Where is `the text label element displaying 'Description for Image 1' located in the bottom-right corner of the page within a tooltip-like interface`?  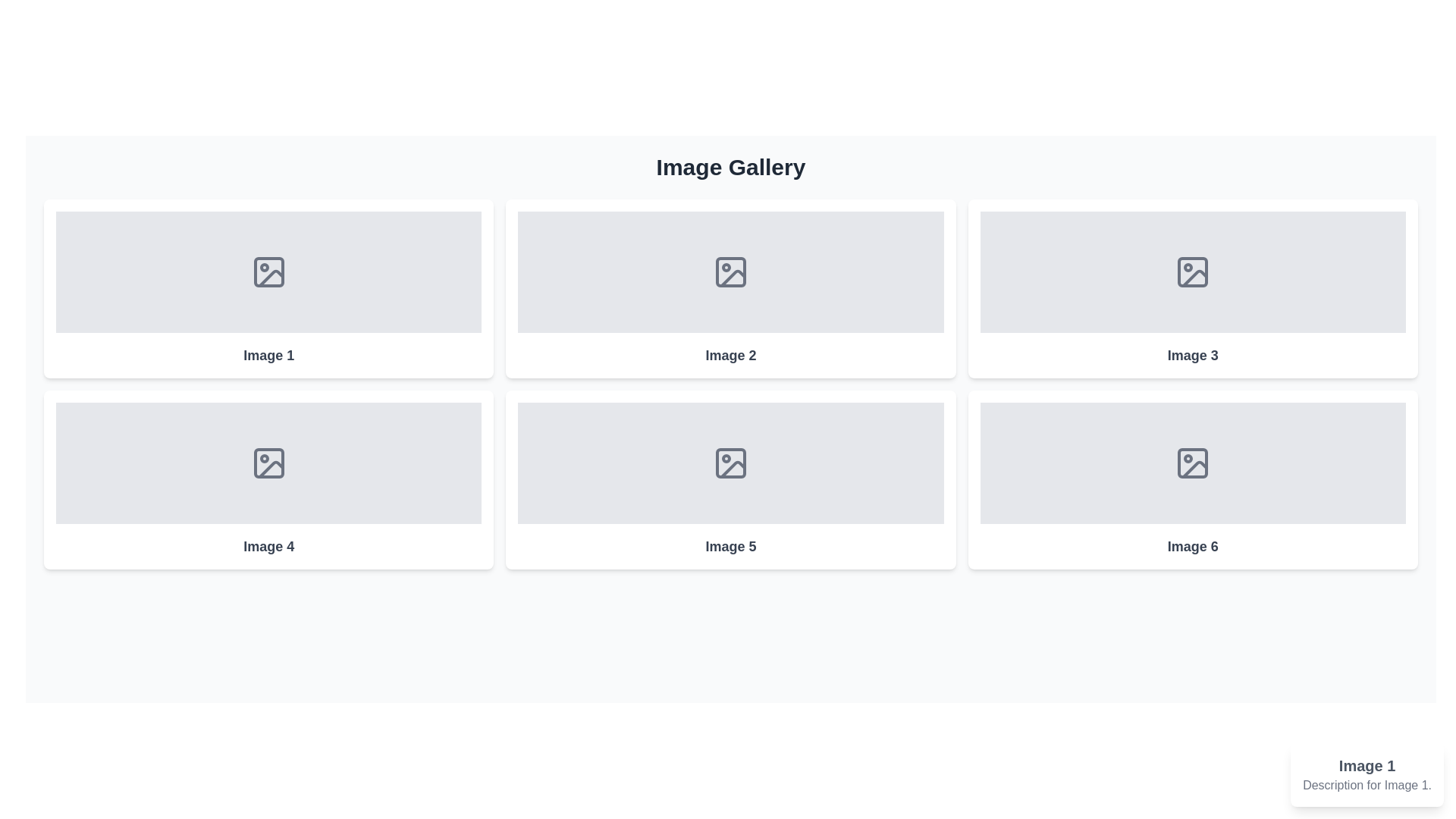
the text label element displaying 'Description for Image 1' located in the bottom-right corner of the page within a tooltip-like interface is located at coordinates (1367, 785).